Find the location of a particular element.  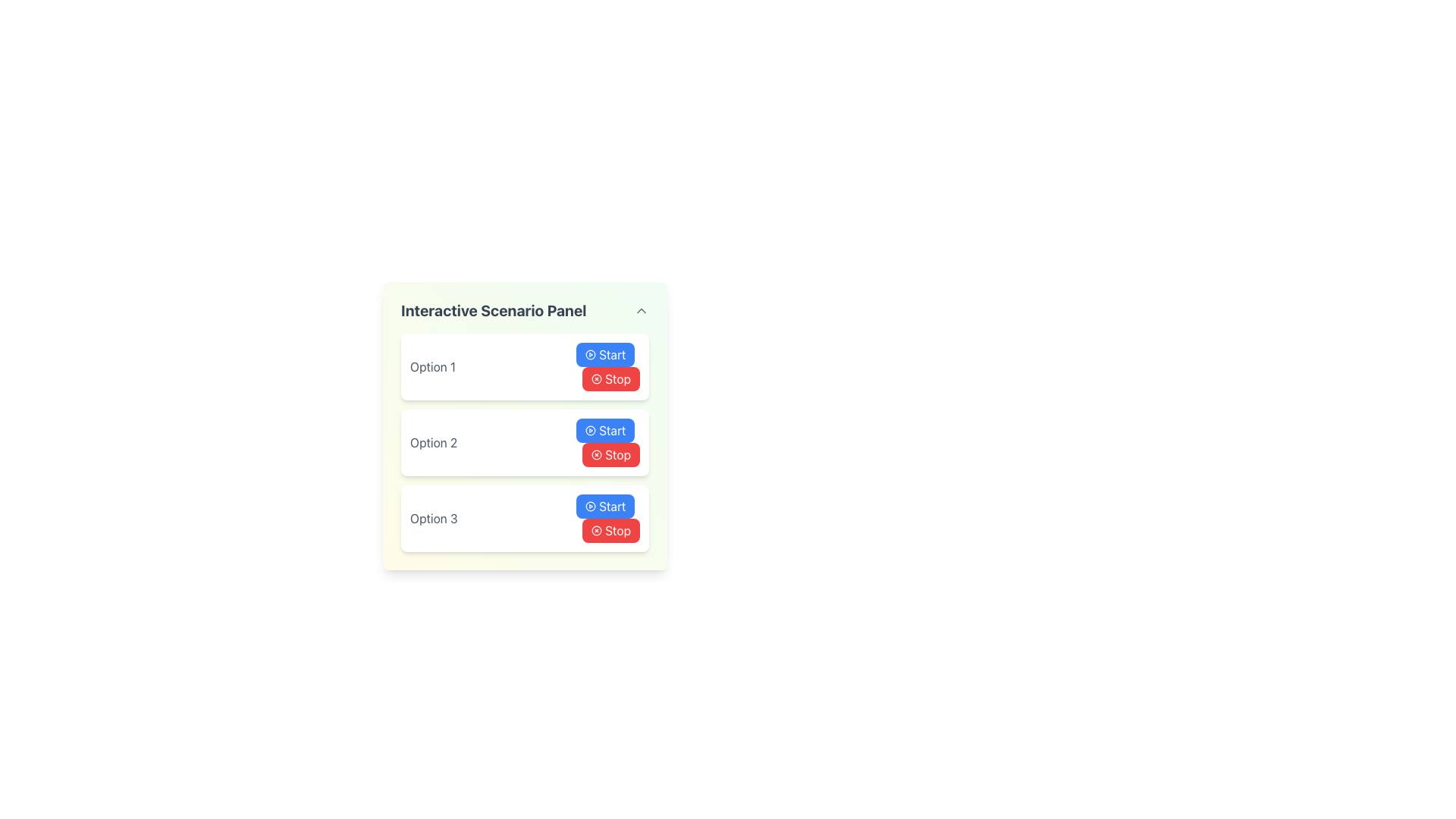

the small blue play circle icon, which is part of the 'Start' button located to the right of the 'Option 2' label in the 'Interactive Scenario Panel' is located at coordinates (590, 430).